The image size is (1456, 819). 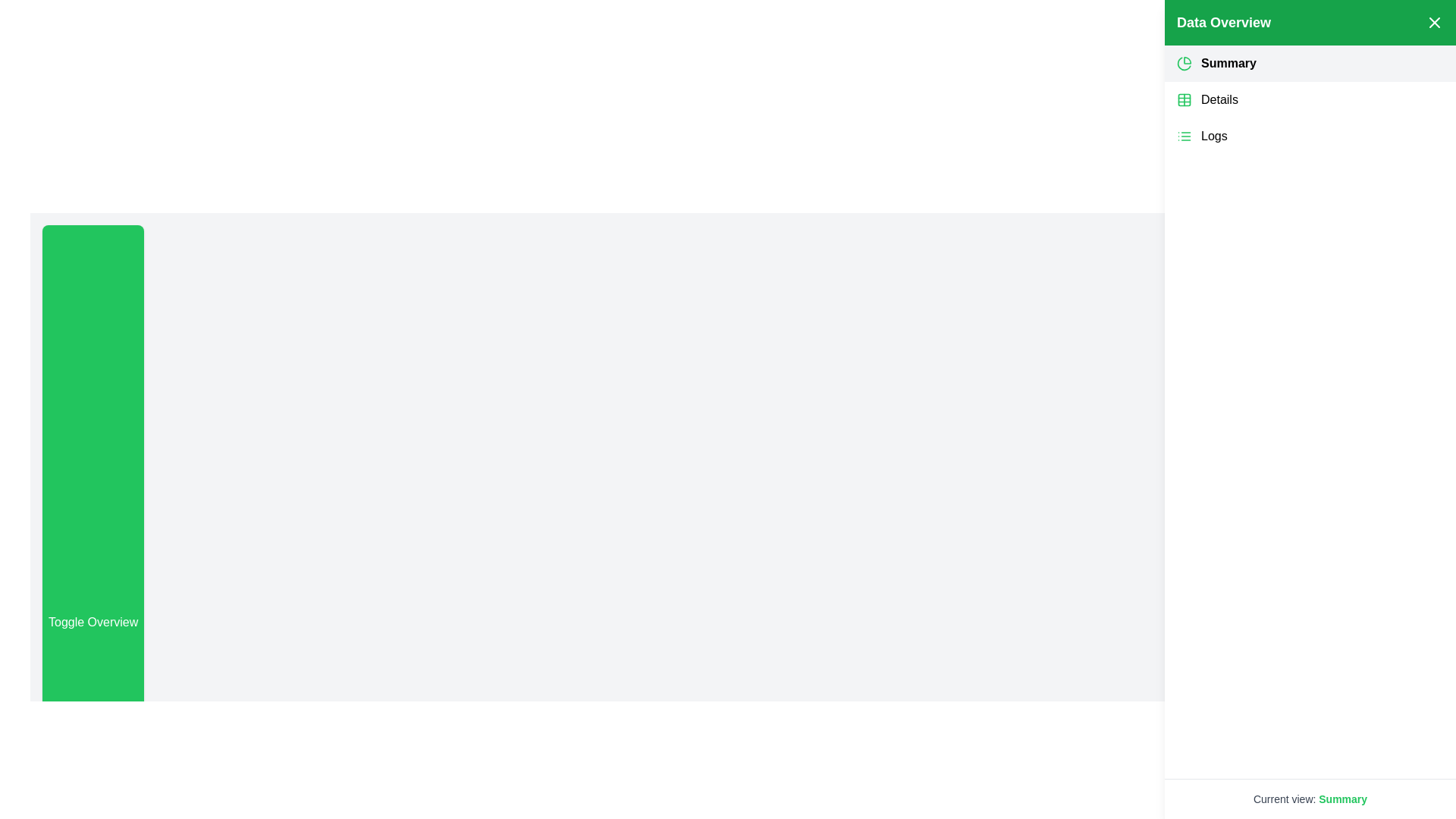 What do you see at coordinates (1183, 136) in the screenshot?
I see `the green list icon located to the left of the 'Logs' text in the 'Data Overview' menu section` at bounding box center [1183, 136].